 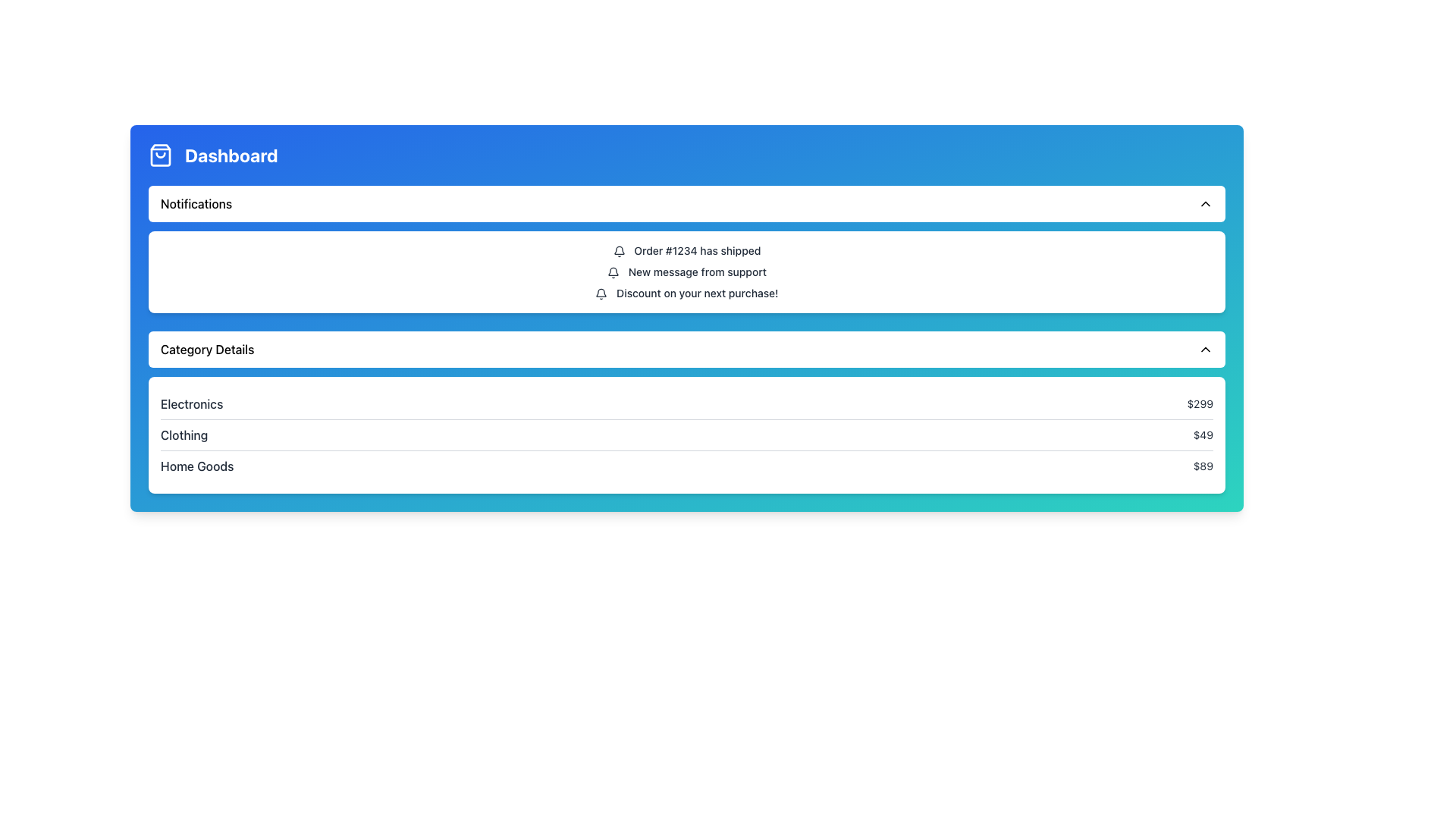 I want to click on text from the second notification entry in the notification card, which conveys a message from the support team, so click(x=686, y=271).